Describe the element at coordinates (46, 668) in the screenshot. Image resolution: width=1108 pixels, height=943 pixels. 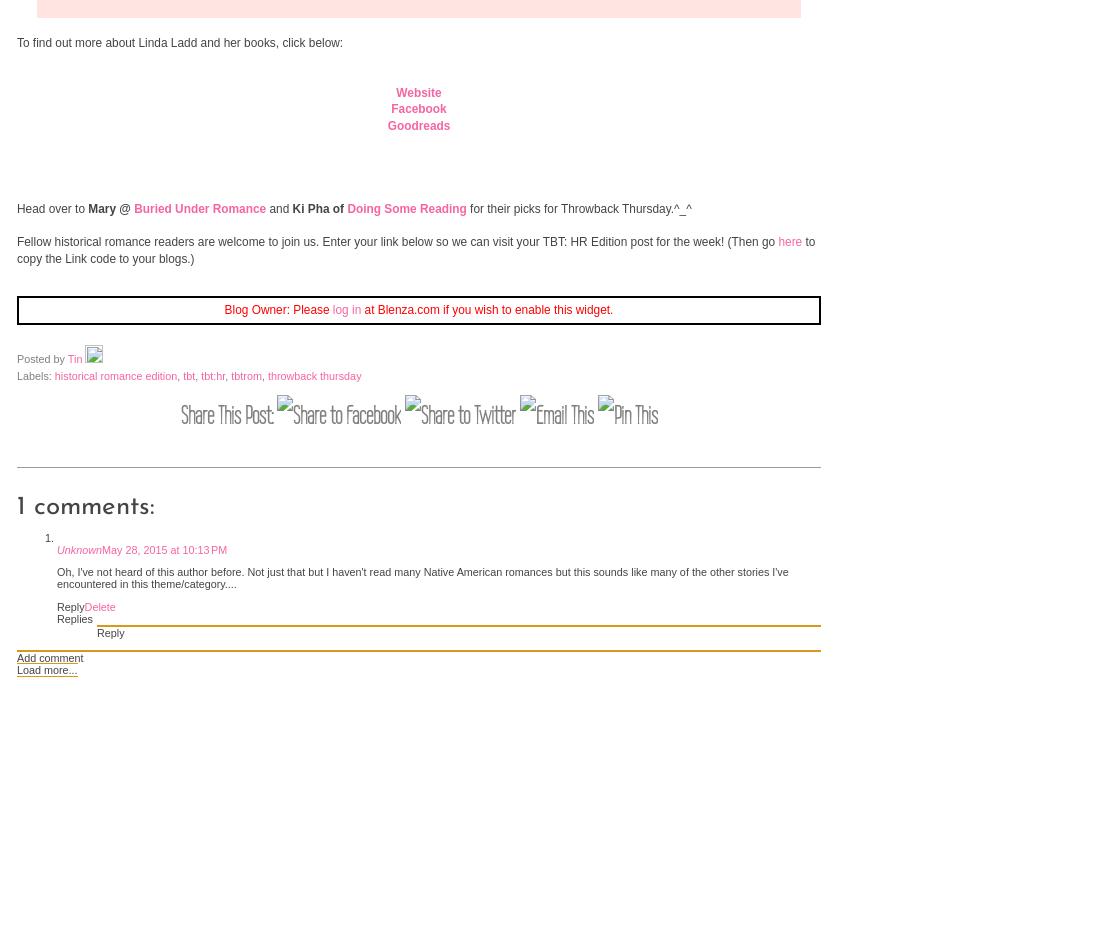
I see `'Load more...'` at that location.